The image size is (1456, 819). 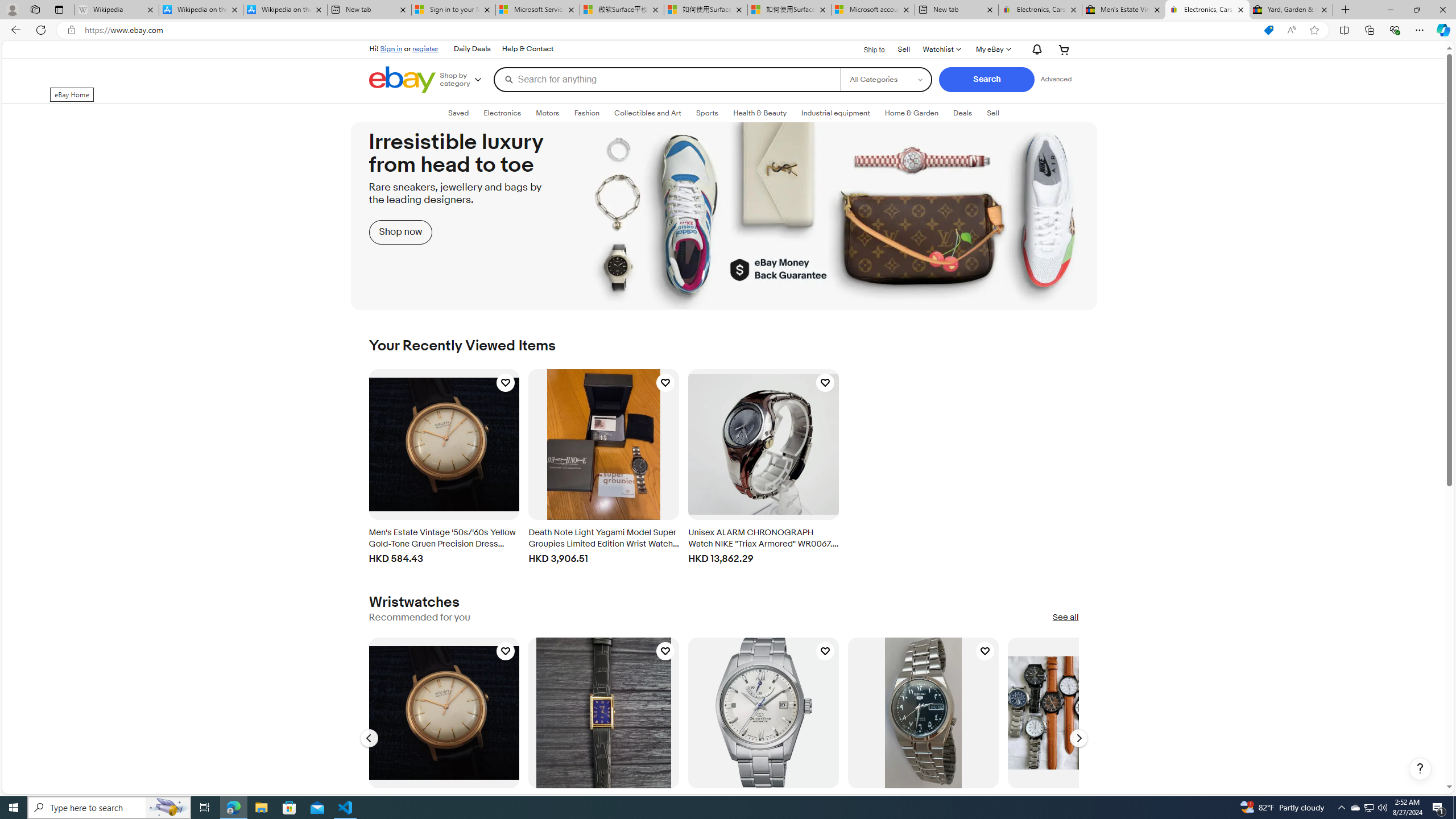 What do you see at coordinates (413, 602) in the screenshot?
I see `'Wristwatches'` at bounding box center [413, 602].